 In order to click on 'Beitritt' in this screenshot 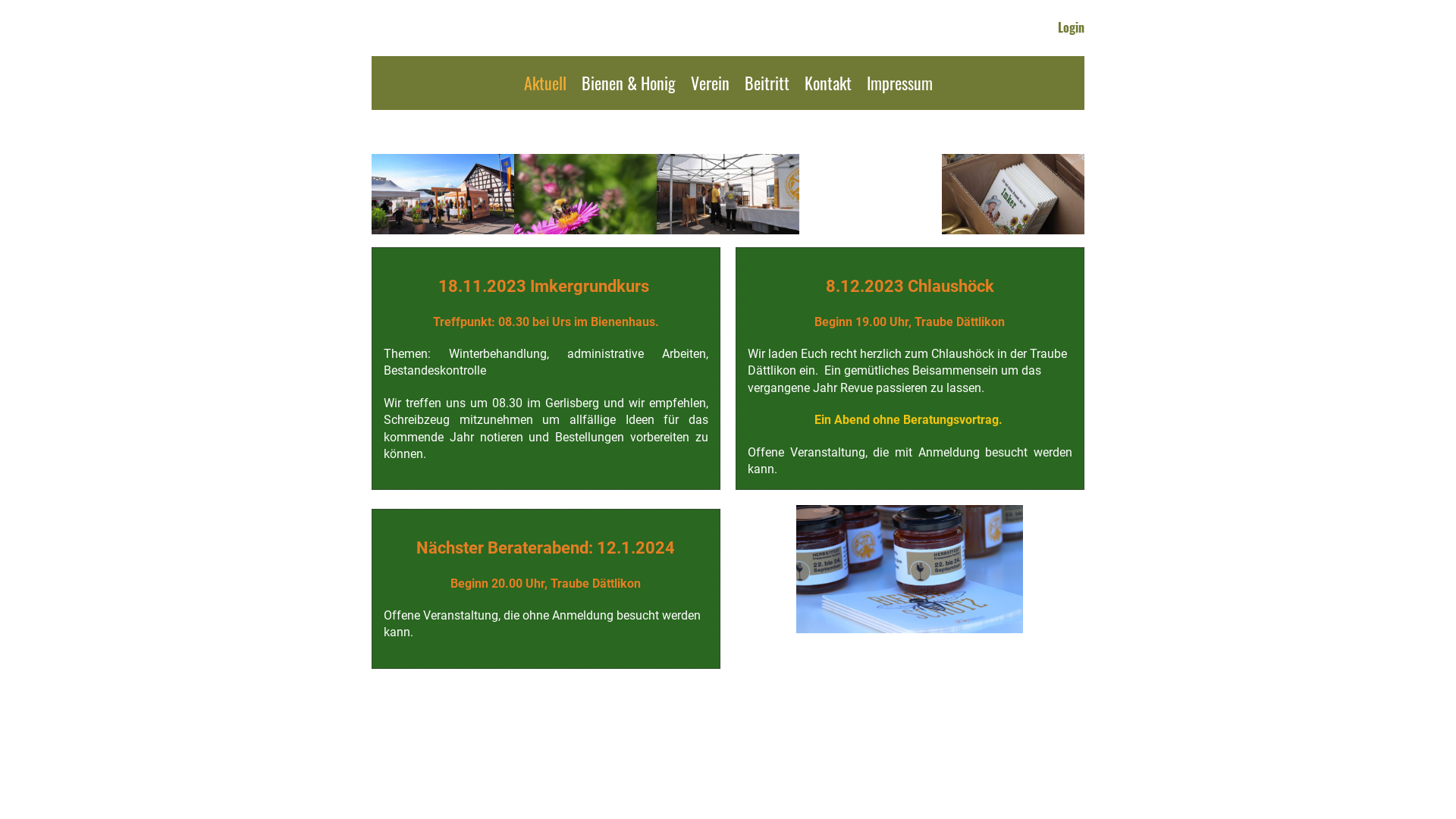, I will do `click(767, 83)`.